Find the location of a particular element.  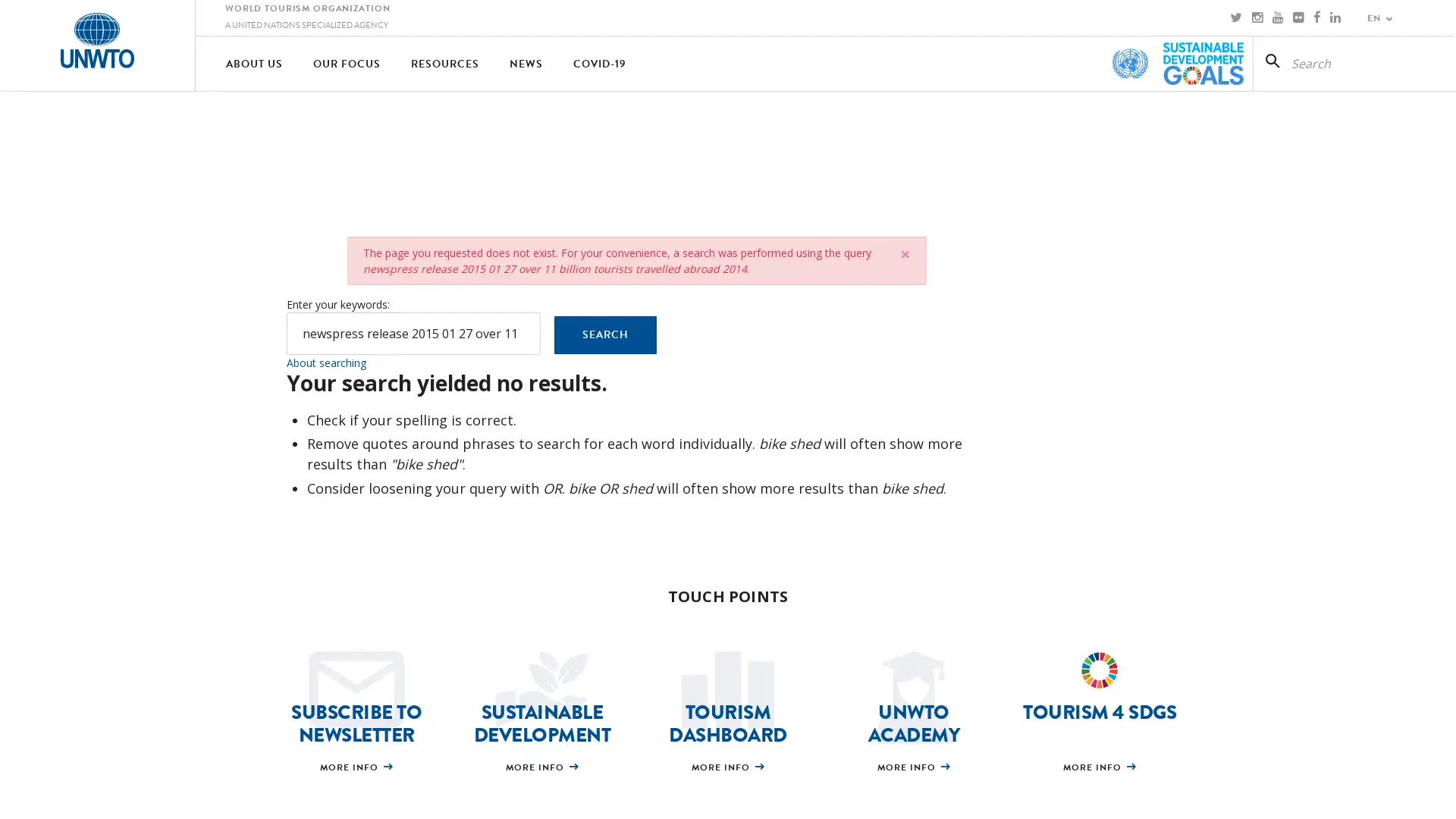

Close is located at coordinates (905, 253).